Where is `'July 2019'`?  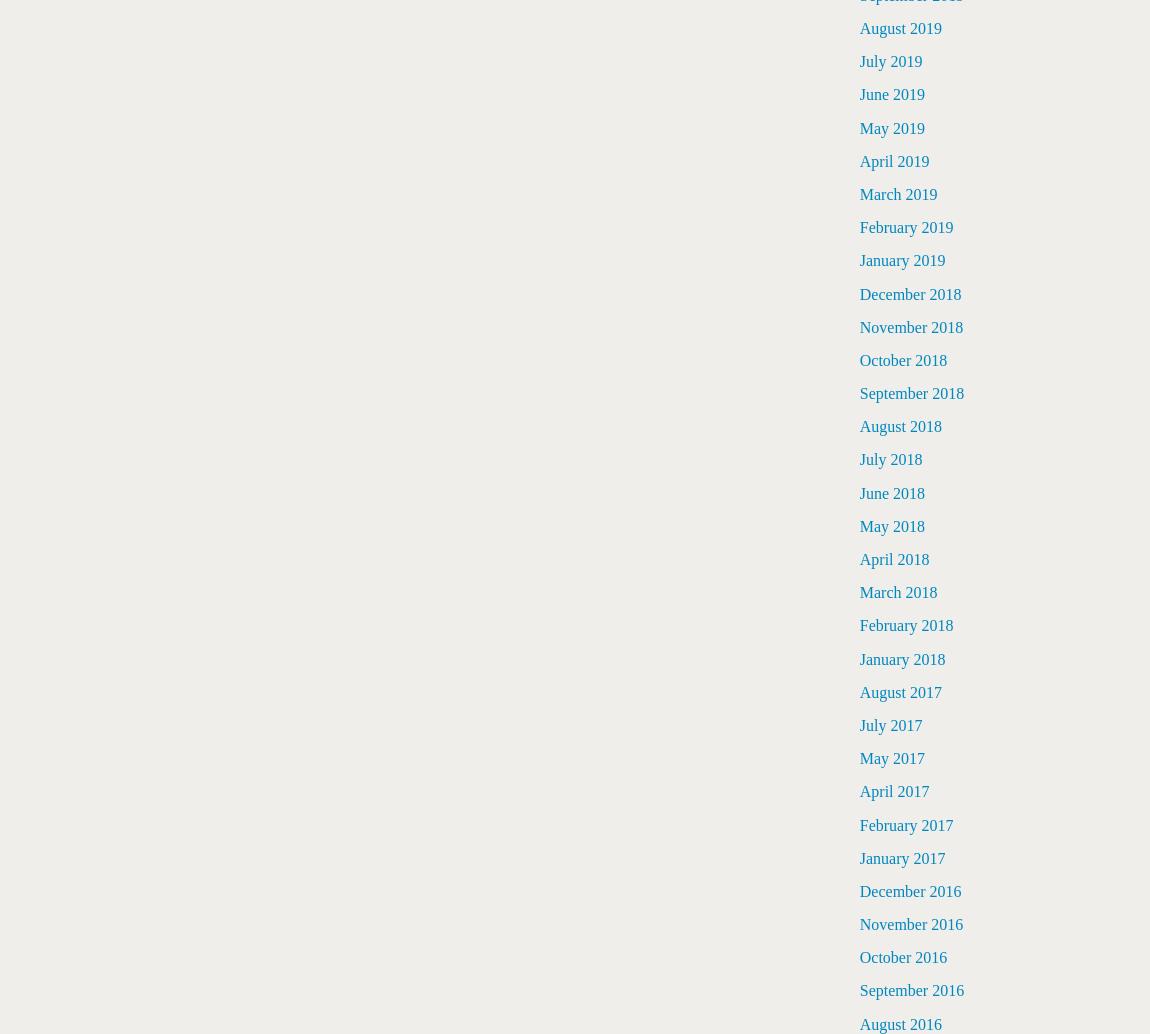 'July 2019' is located at coordinates (858, 61).